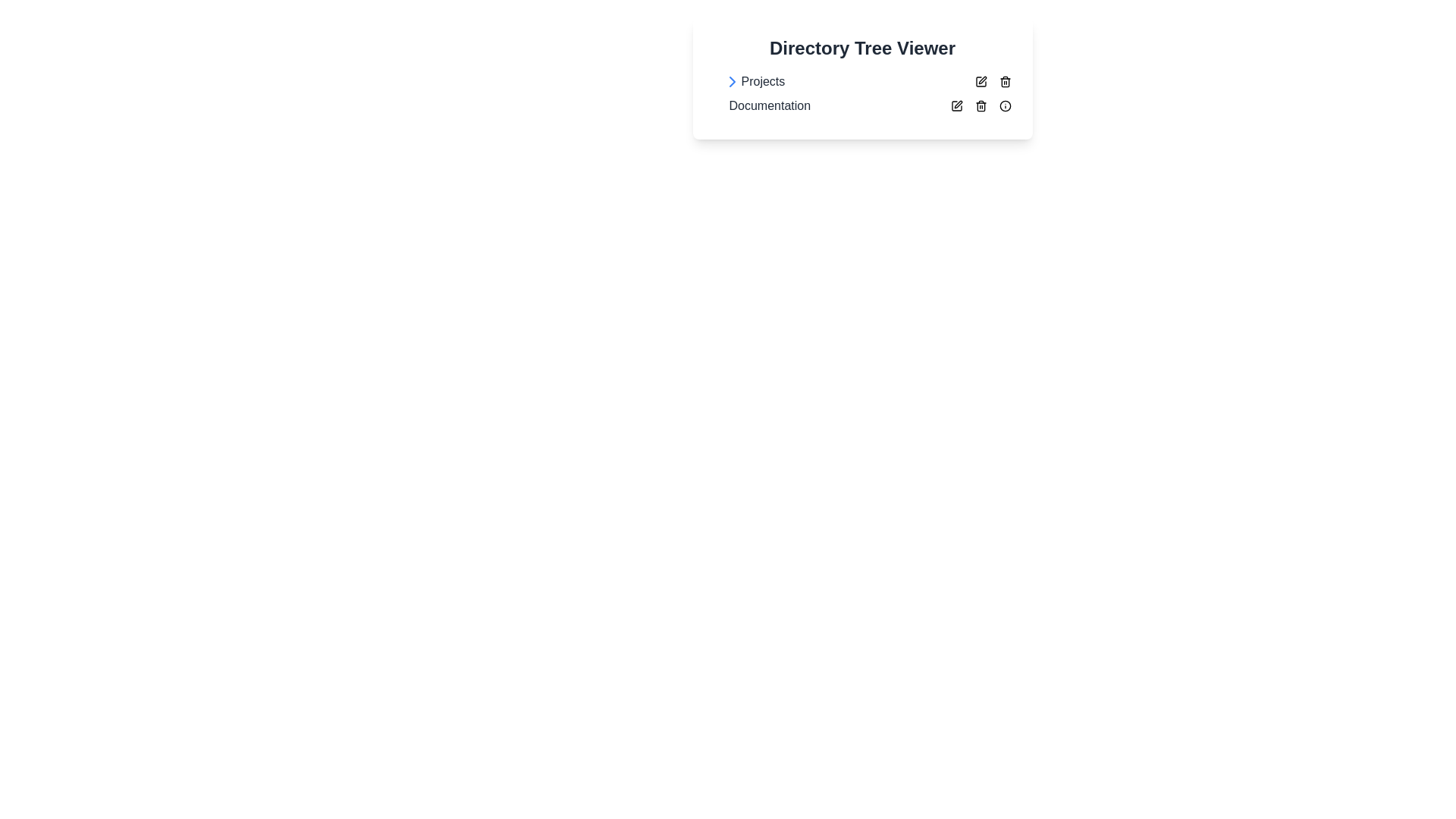 The image size is (1456, 819). What do you see at coordinates (982, 80) in the screenshot?
I see `the stylized pen icon located in the upper right corner of the 'Directory Tree Viewer' application card` at bounding box center [982, 80].